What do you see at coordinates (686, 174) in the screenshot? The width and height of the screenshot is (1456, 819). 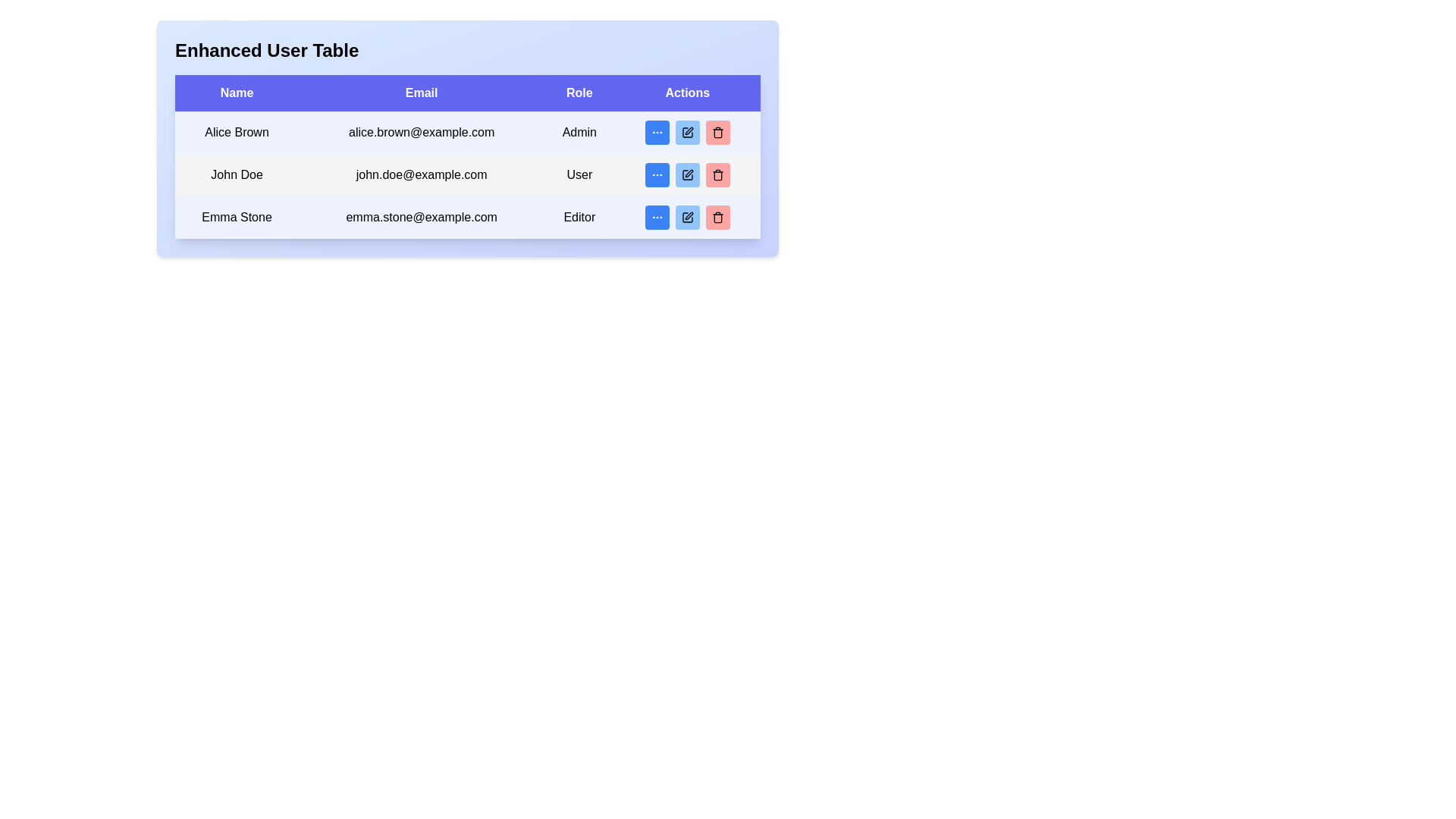 I see `the Action button with a pen icon in the Actions column of the second row associated with 'John Doe'` at bounding box center [686, 174].